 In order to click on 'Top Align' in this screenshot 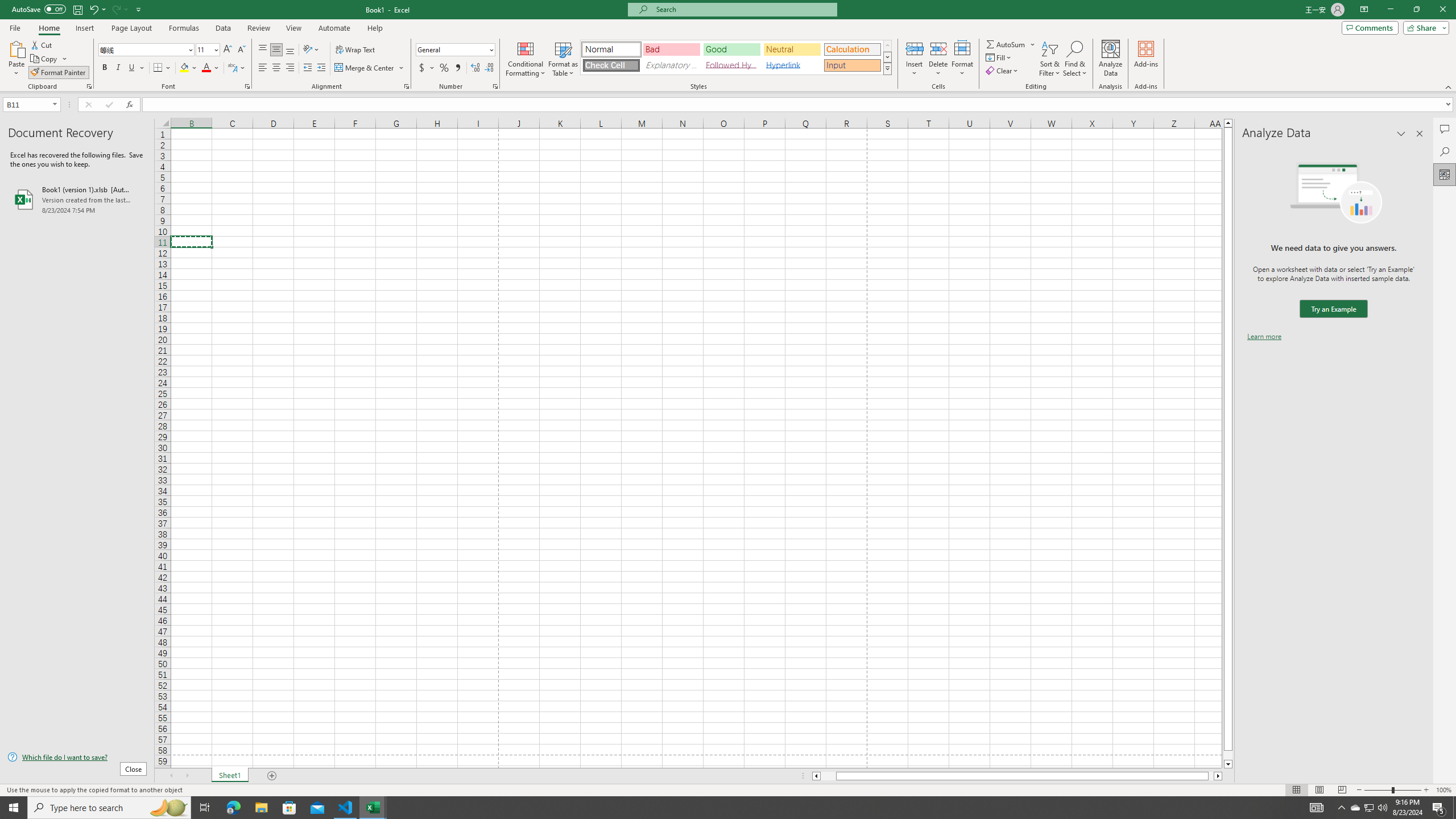, I will do `click(262, 49)`.